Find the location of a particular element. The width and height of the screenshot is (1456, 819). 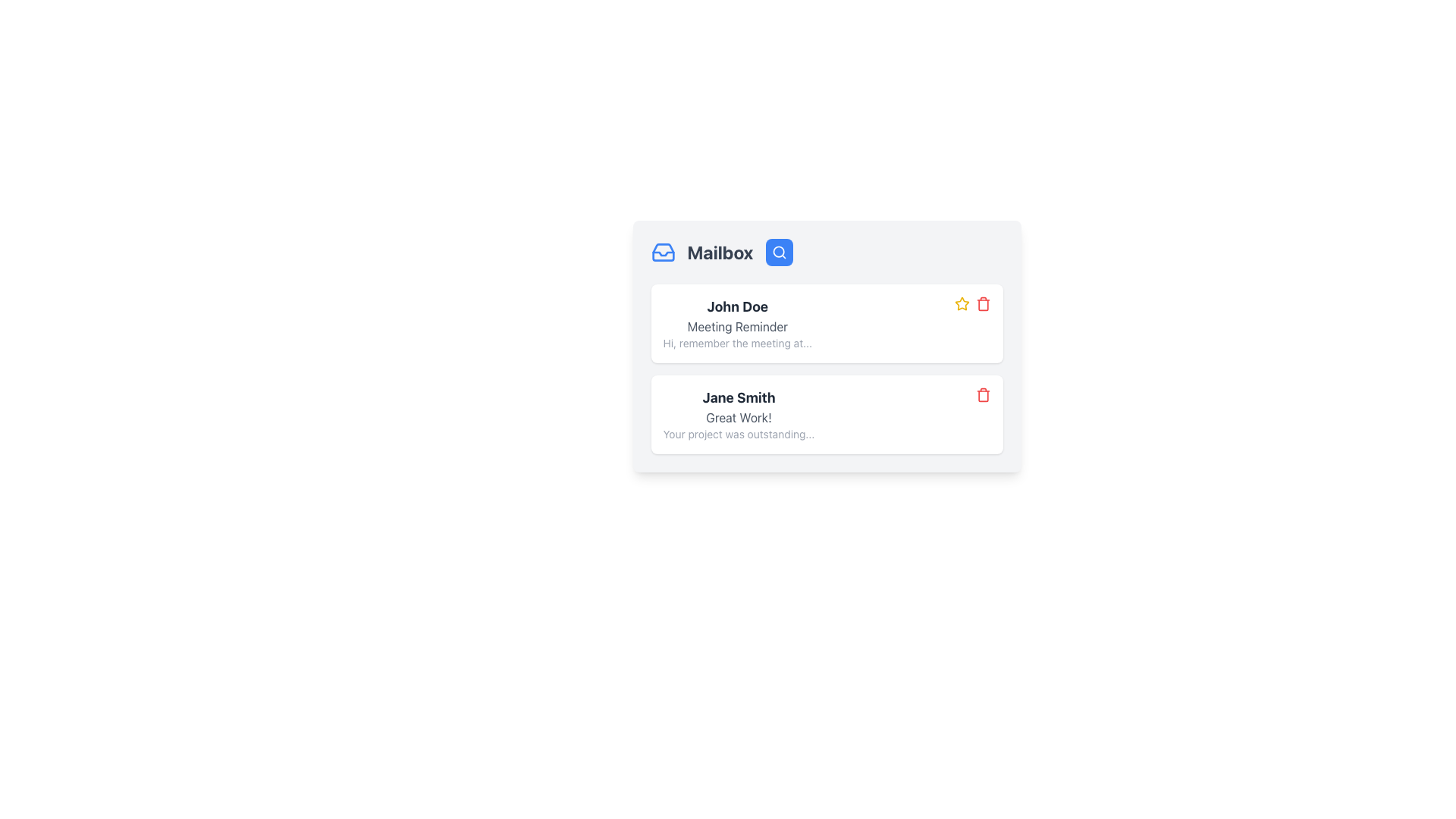

the circular graphic within the SVG icon that visually represents the search function, located in the horizontal toolbar at the top right of the interface is located at coordinates (778, 251).